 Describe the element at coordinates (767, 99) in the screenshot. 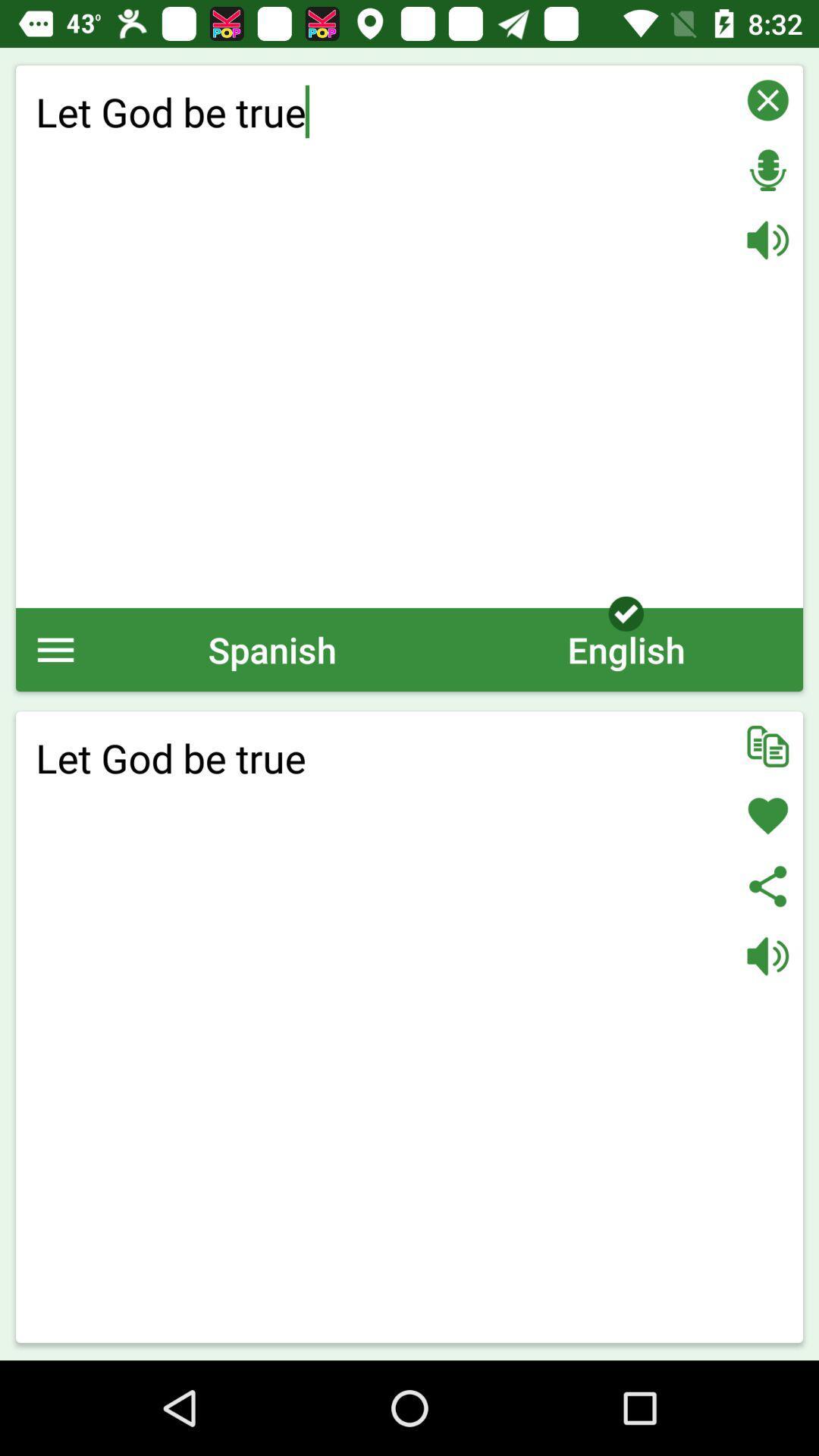

I see `out of text box` at that location.